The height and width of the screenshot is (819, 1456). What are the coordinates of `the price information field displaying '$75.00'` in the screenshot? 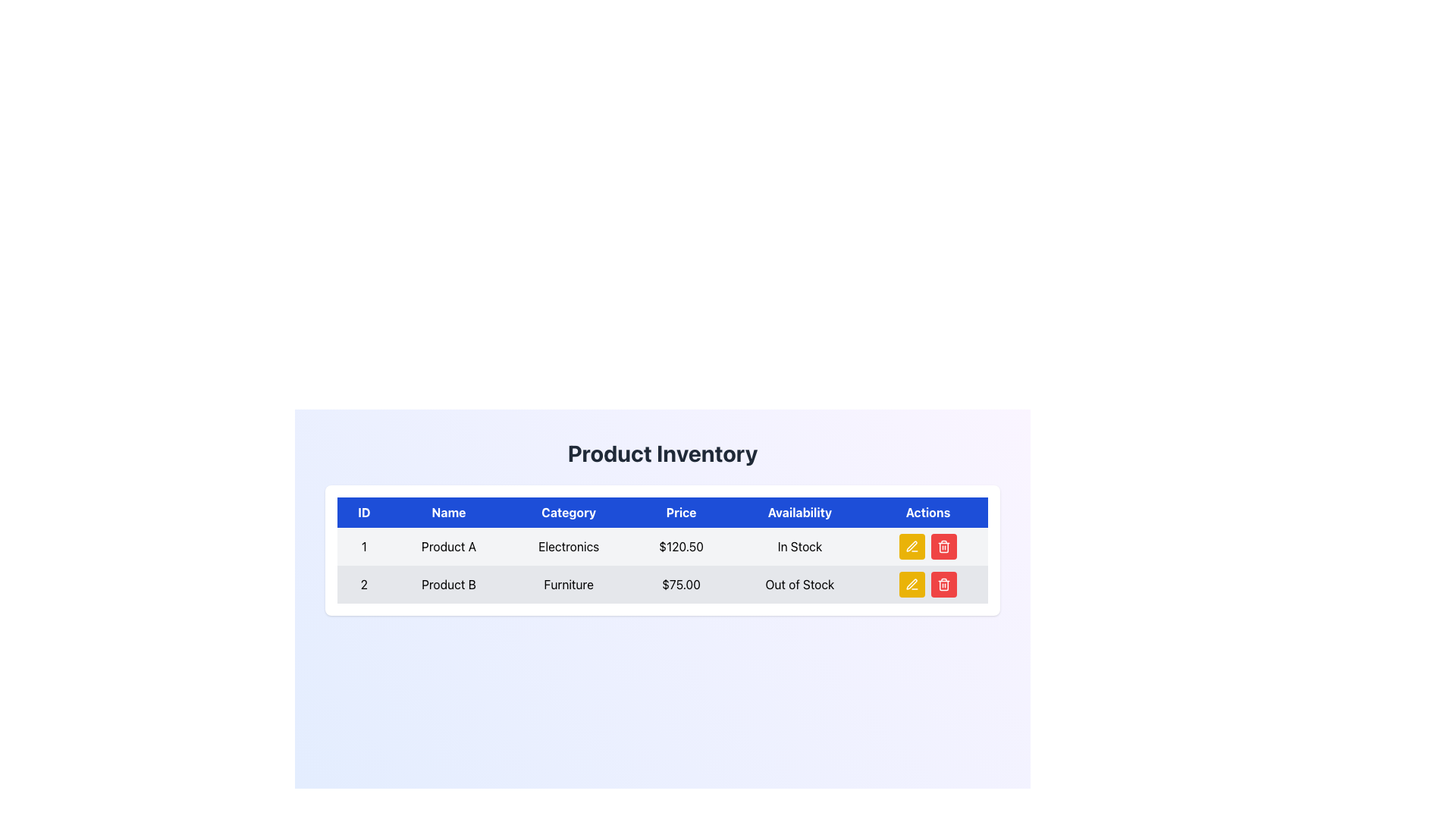 It's located at (680, 584).